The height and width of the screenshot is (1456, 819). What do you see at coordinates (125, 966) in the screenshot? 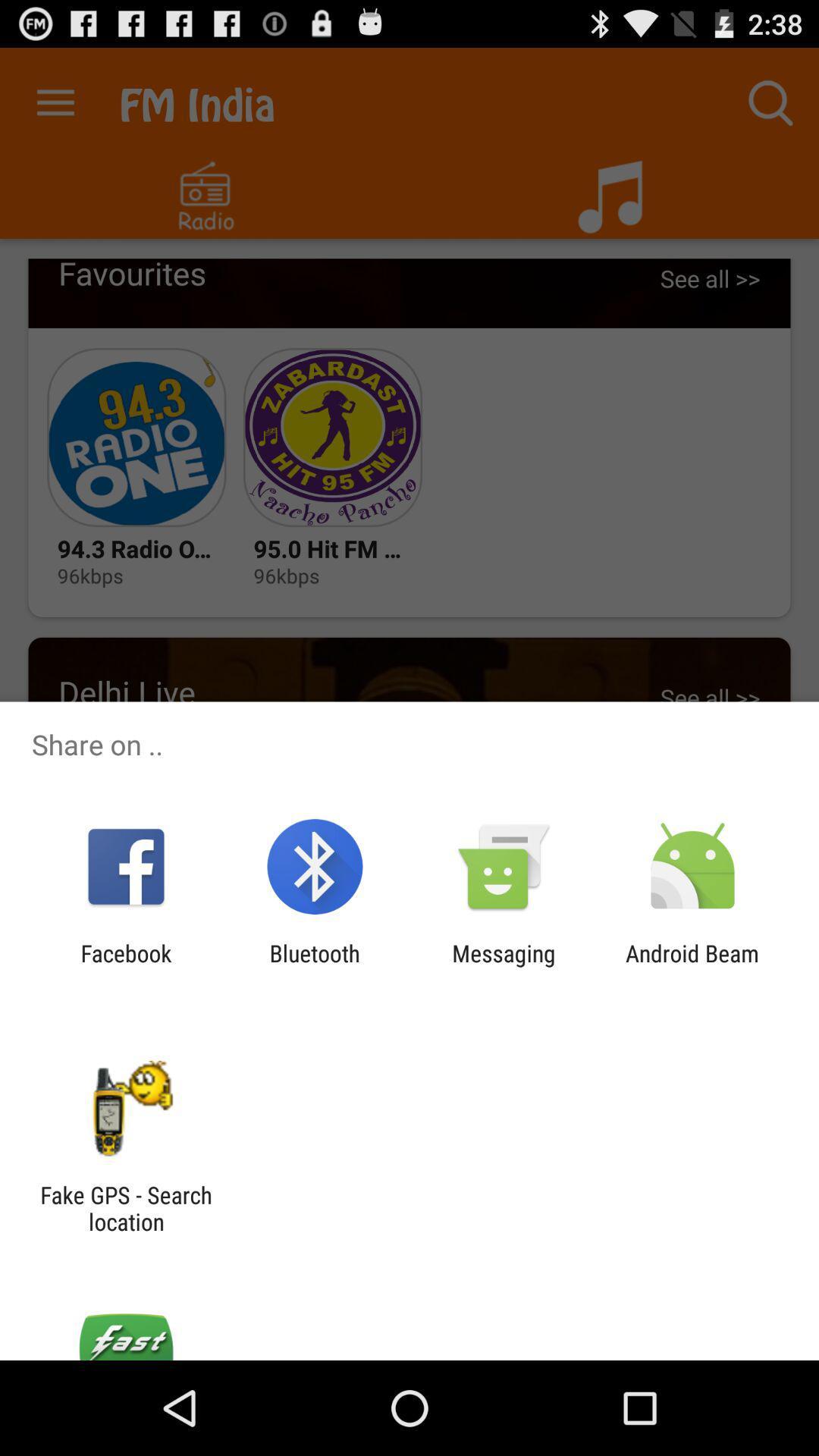
I see `the facebook item` at bounding box center [125, 966].